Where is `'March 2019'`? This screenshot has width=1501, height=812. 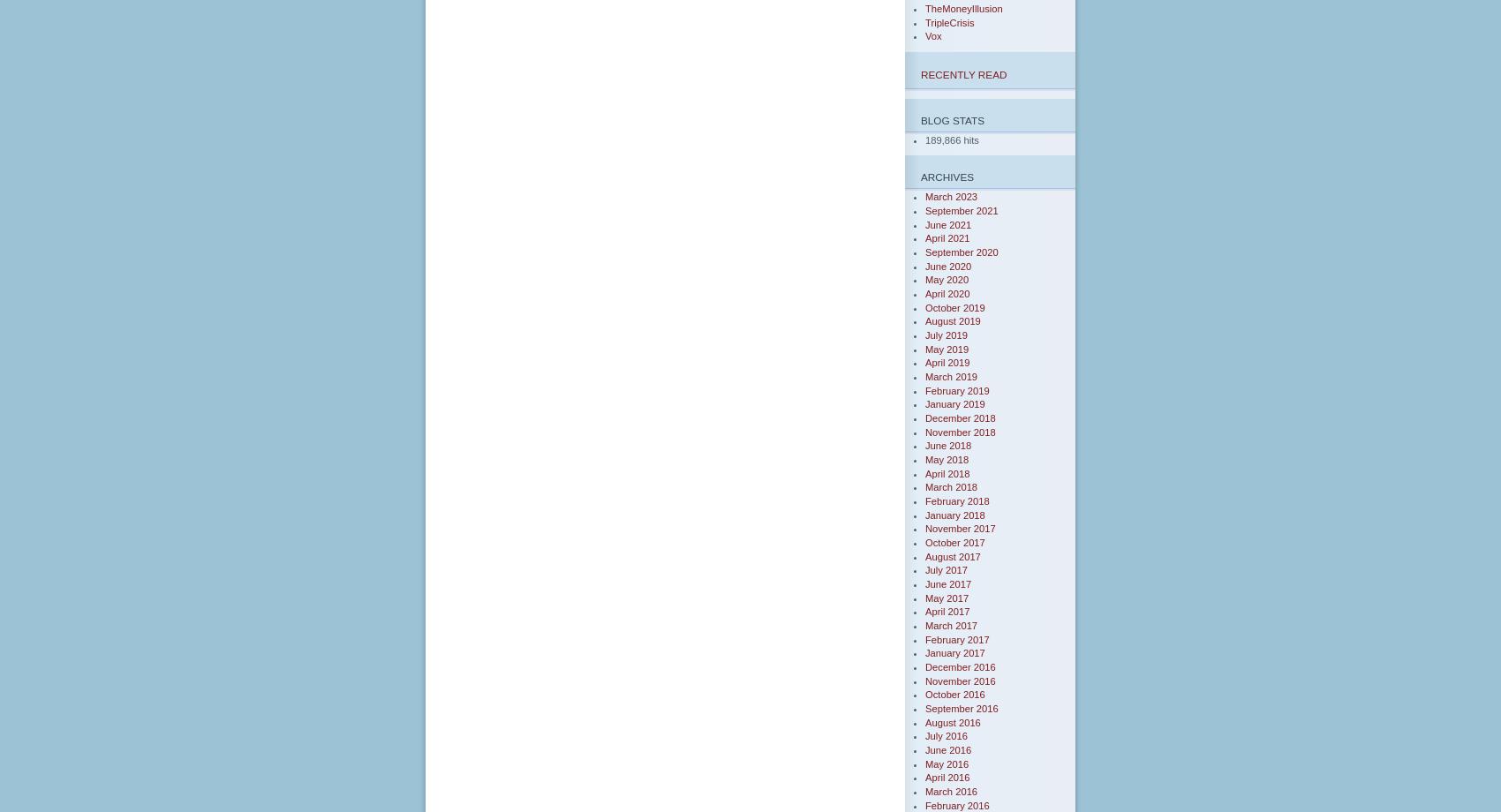
'March 2019' is located at coordinates (951, 374).